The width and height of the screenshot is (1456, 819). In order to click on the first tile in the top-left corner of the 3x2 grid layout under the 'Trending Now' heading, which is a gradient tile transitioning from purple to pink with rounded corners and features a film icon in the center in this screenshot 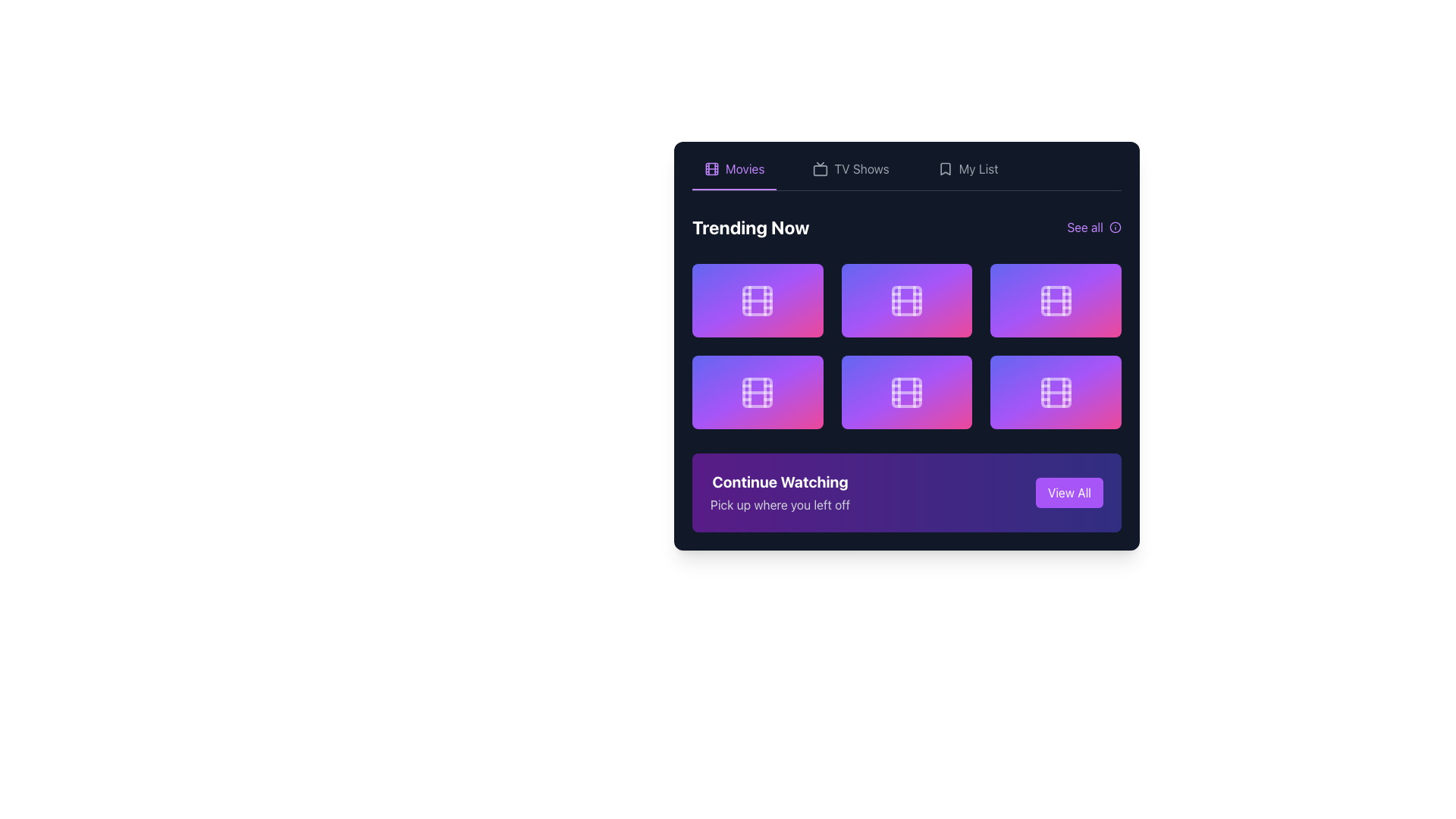, I will do `click(758, 300)`.